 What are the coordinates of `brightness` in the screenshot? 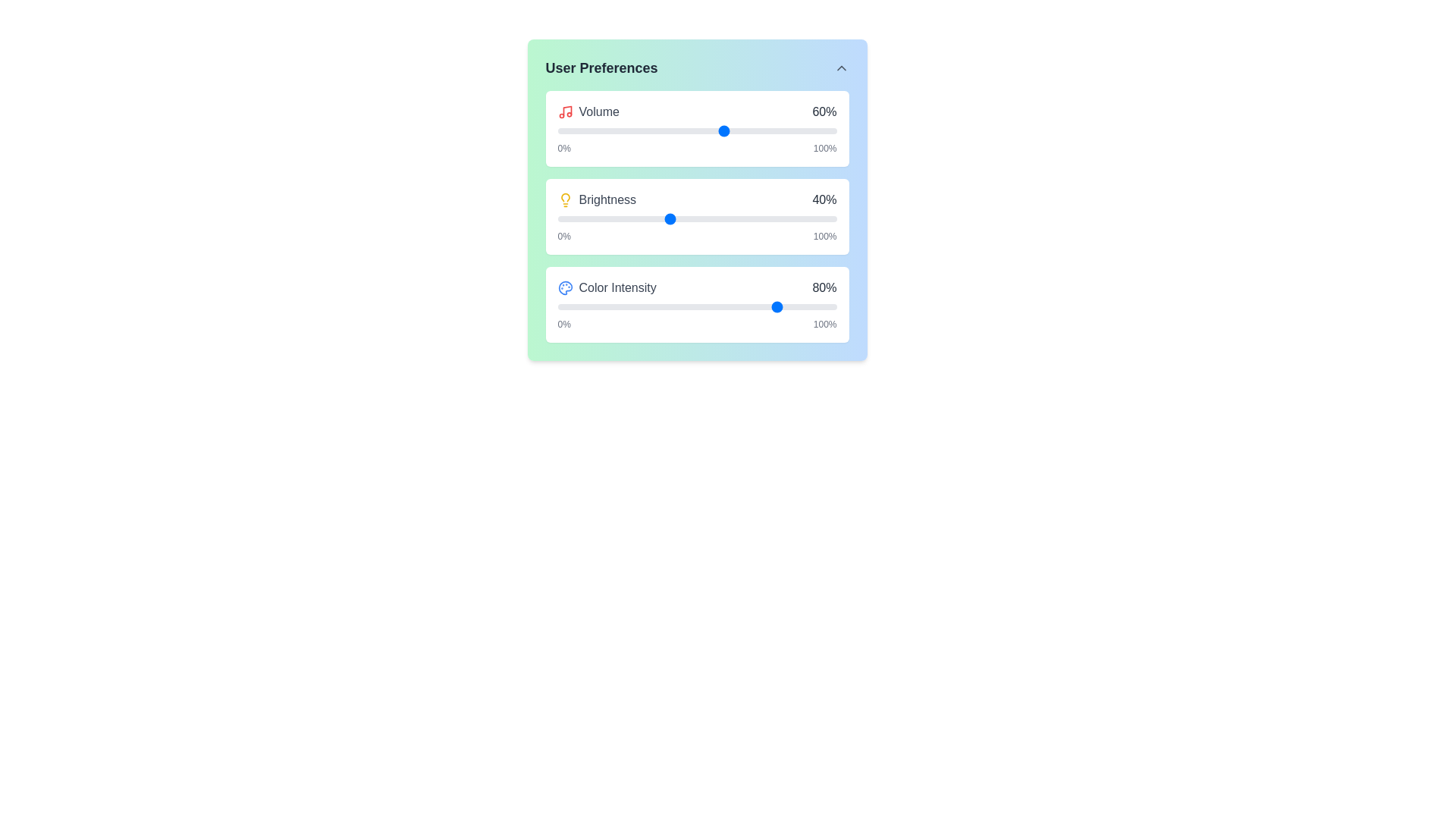 It's located at (624, 219).